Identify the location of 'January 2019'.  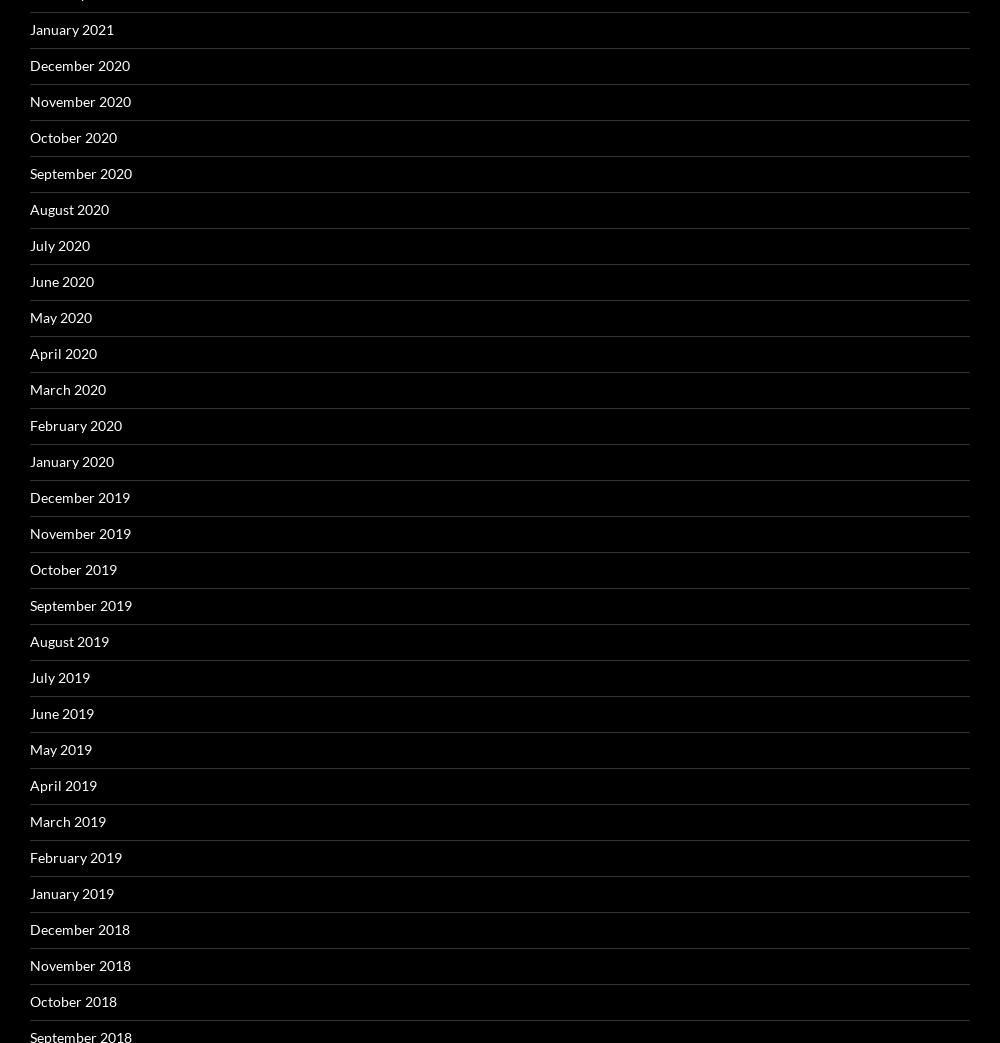
(71, 893).